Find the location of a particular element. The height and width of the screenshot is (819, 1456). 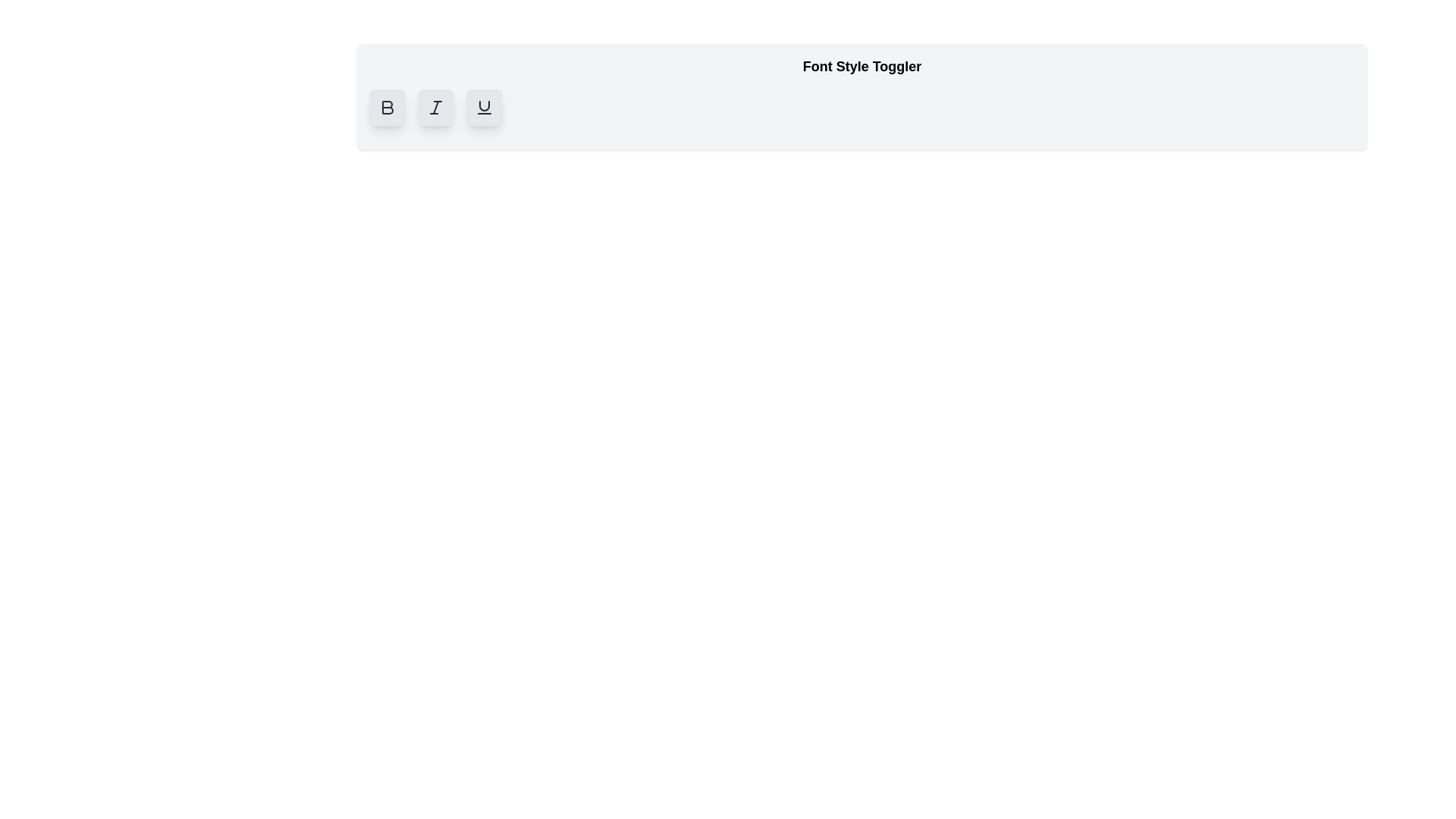

the italic button in the text formatting toolbar to apply italic formatting is located at coordinates (435, 107).